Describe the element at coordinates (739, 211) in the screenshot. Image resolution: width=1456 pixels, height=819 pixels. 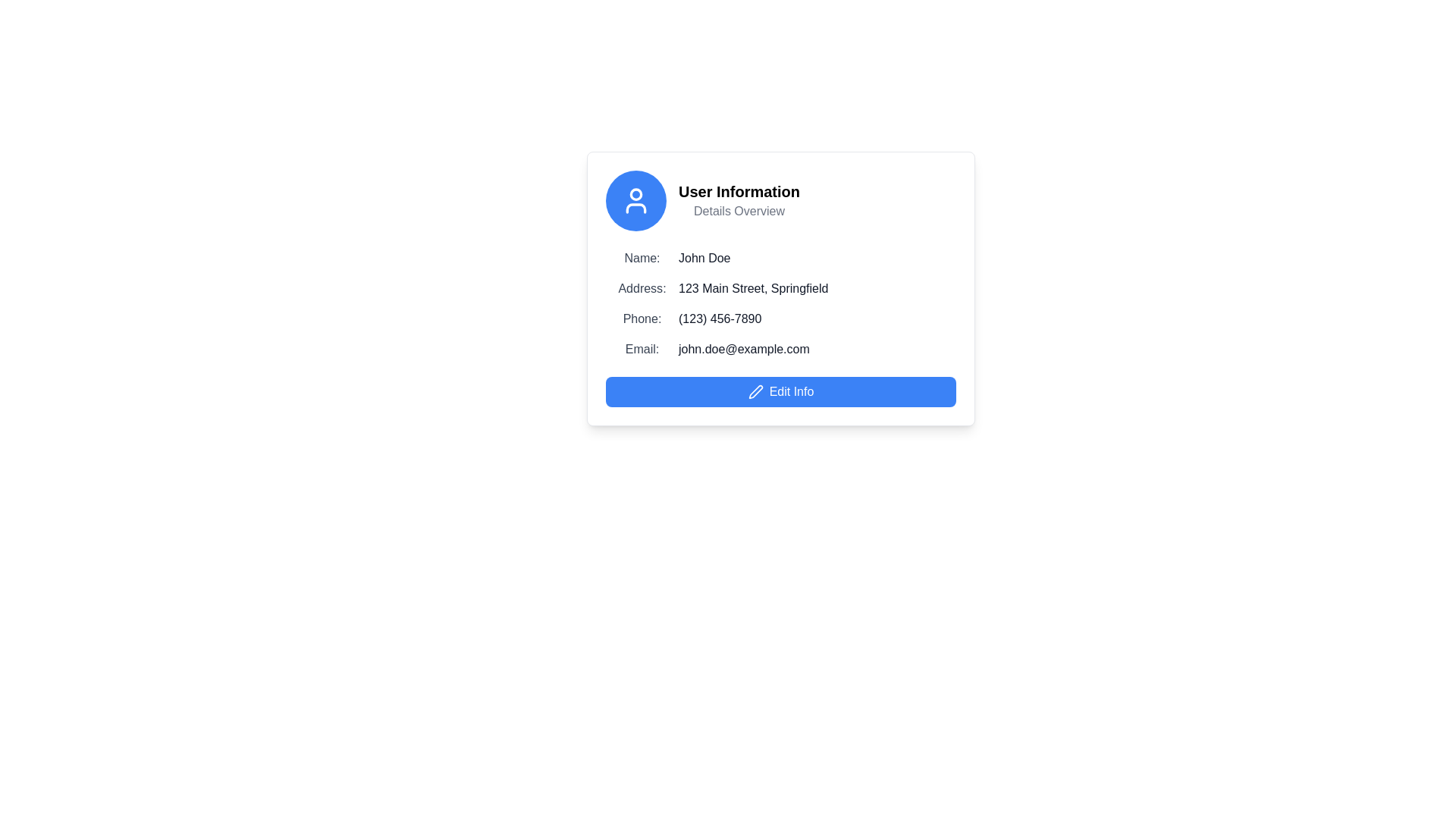
I see `the 'Details Overview' text label, which is styled in gray and located below the 'User Information' title` at that location.